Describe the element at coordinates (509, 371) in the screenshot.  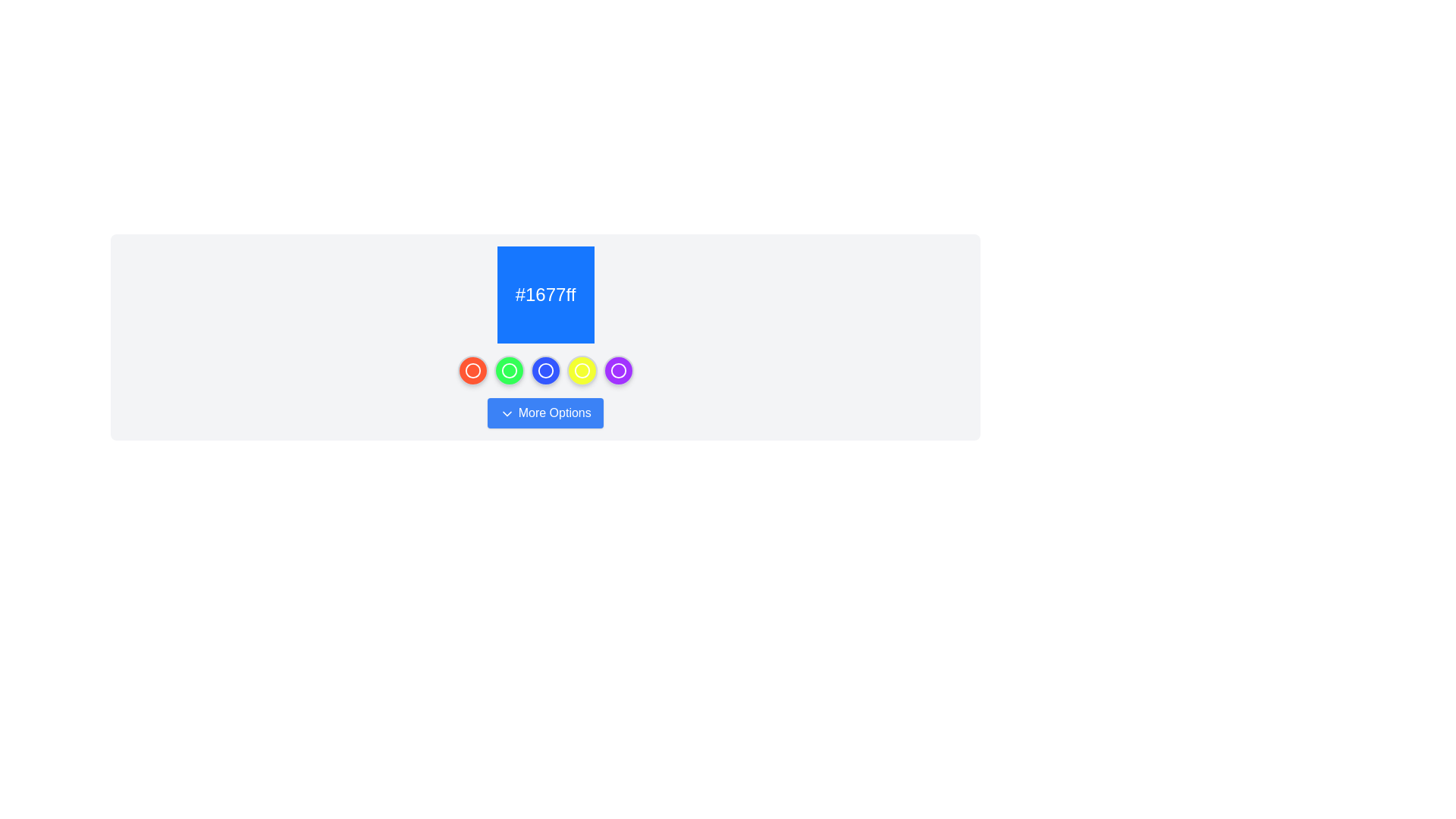
I see `the circular icon with a white stroke and green background, which is the second icon in a horizontally arranged group of similar icons` at that location.